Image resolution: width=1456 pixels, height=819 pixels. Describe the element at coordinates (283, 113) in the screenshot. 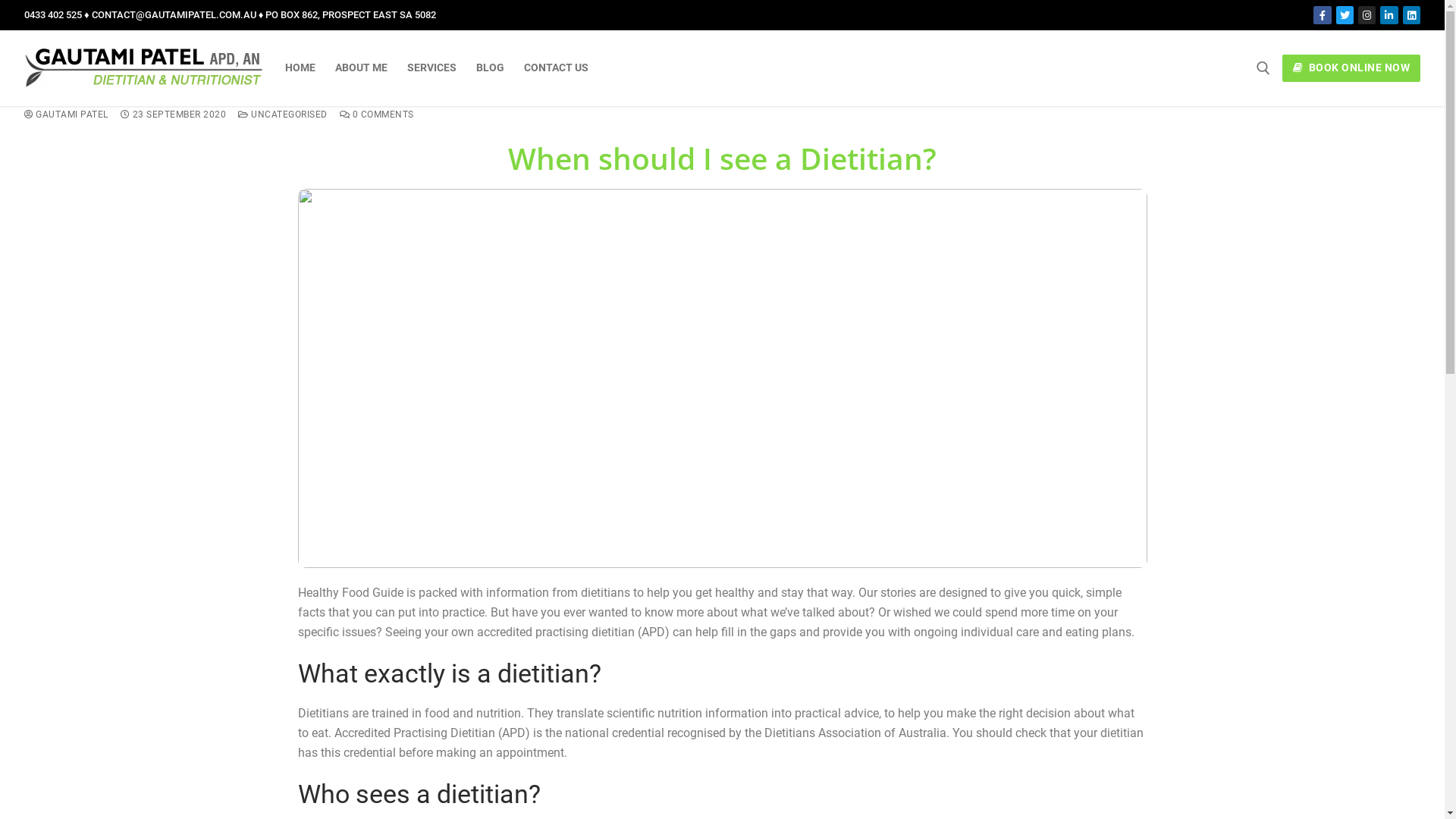

I see `'UNCATEGORISED'` at that location.